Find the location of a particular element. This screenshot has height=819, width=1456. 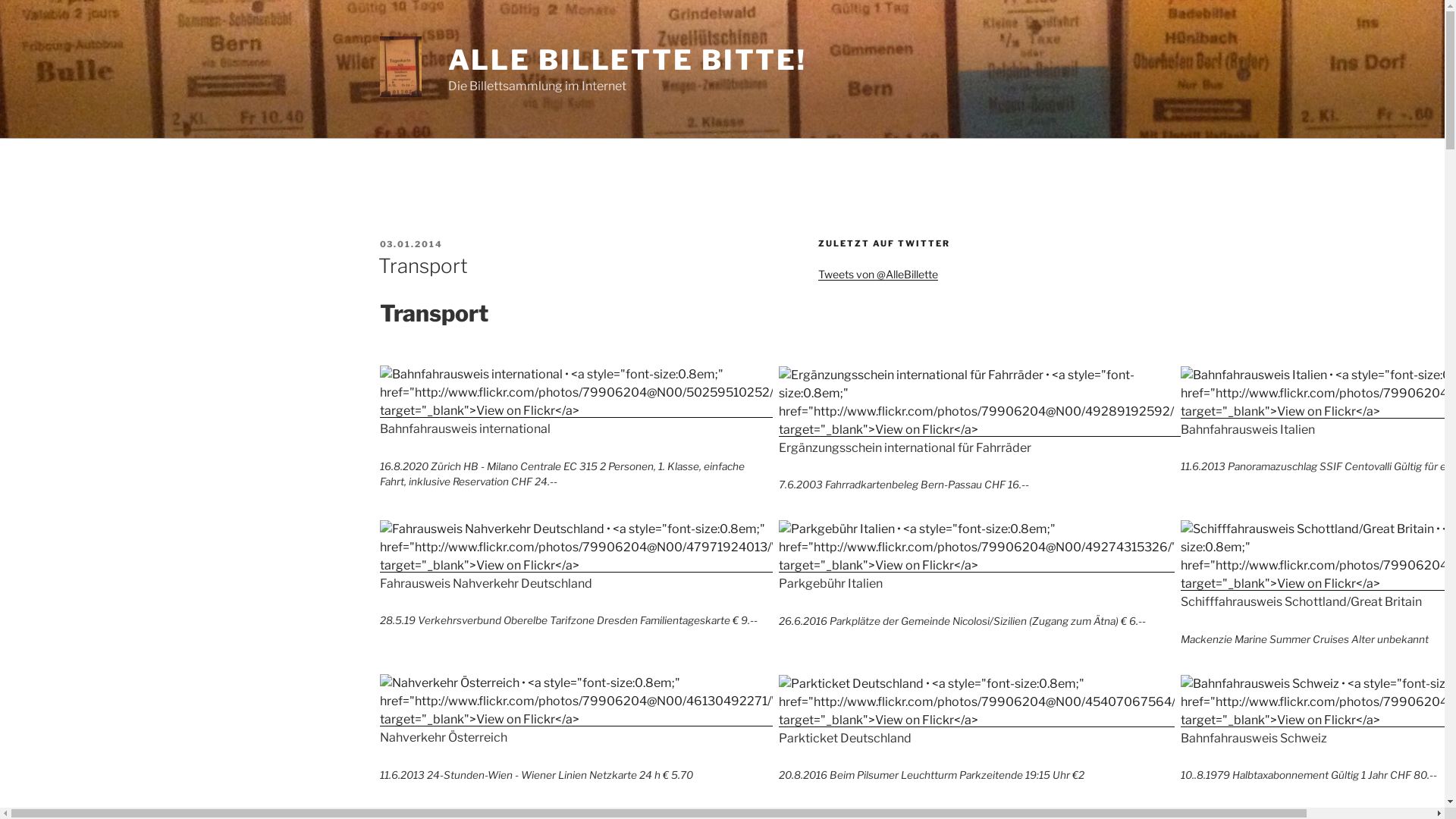

'03.01.2014' is located at coordinates (411, 242).